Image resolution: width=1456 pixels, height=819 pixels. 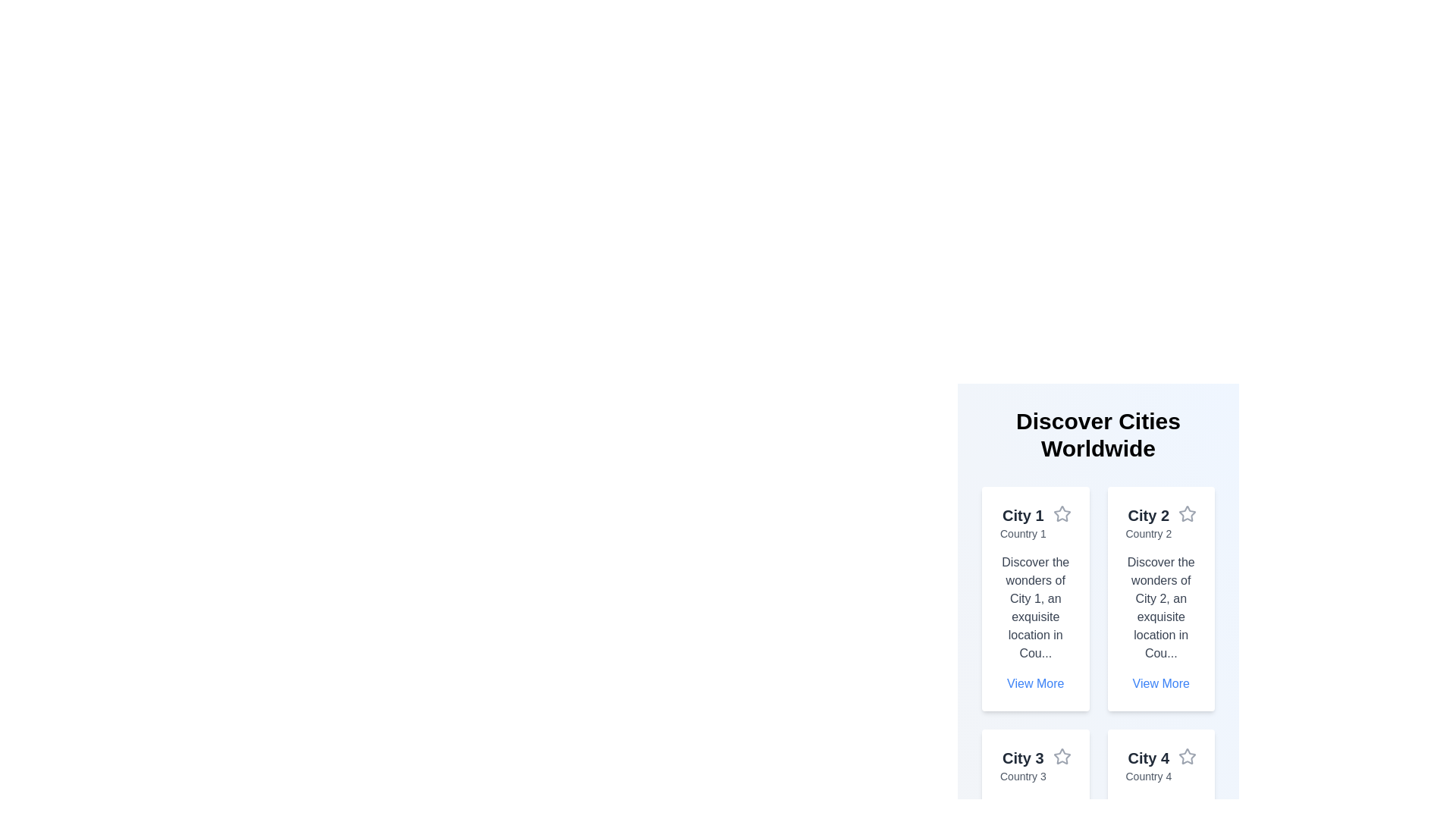 I want to click on the star icon in the bottom-right of the 'City 4' card to mark it as a favorite, so click(x=1186, y=756).